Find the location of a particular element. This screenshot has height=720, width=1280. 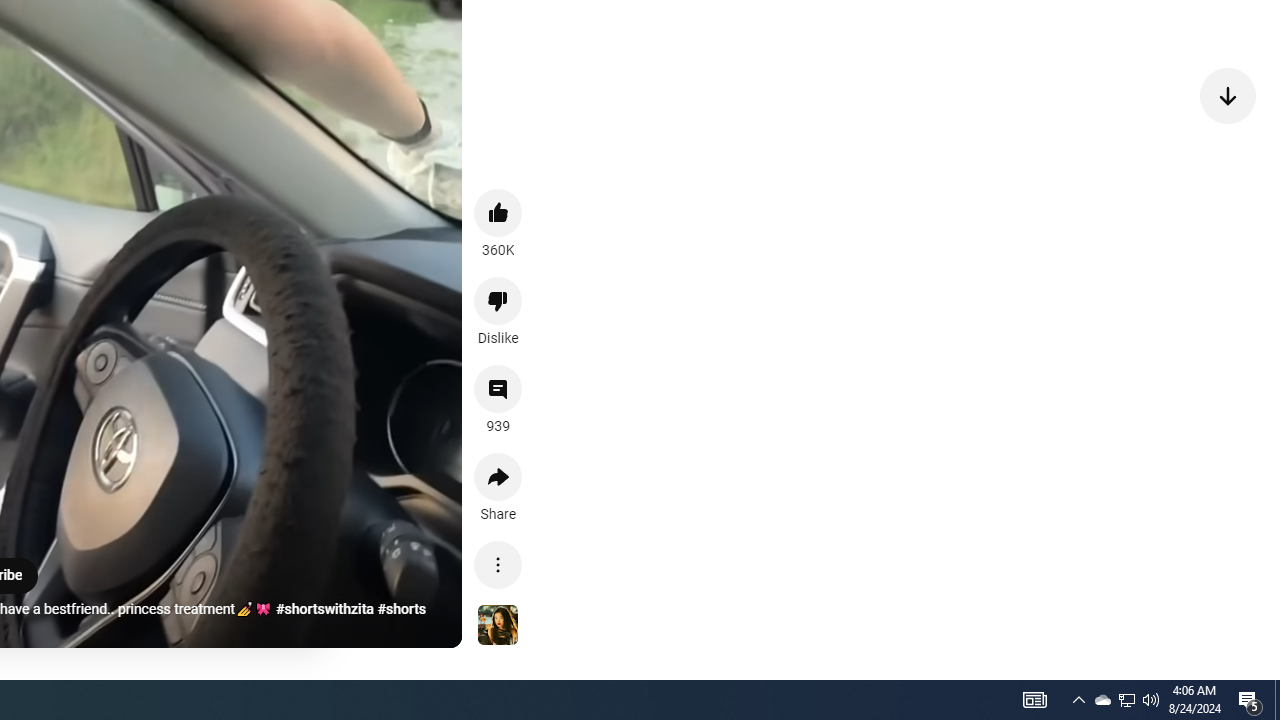

'like this video along with 360K other people' is located at coordinates (498, 212).